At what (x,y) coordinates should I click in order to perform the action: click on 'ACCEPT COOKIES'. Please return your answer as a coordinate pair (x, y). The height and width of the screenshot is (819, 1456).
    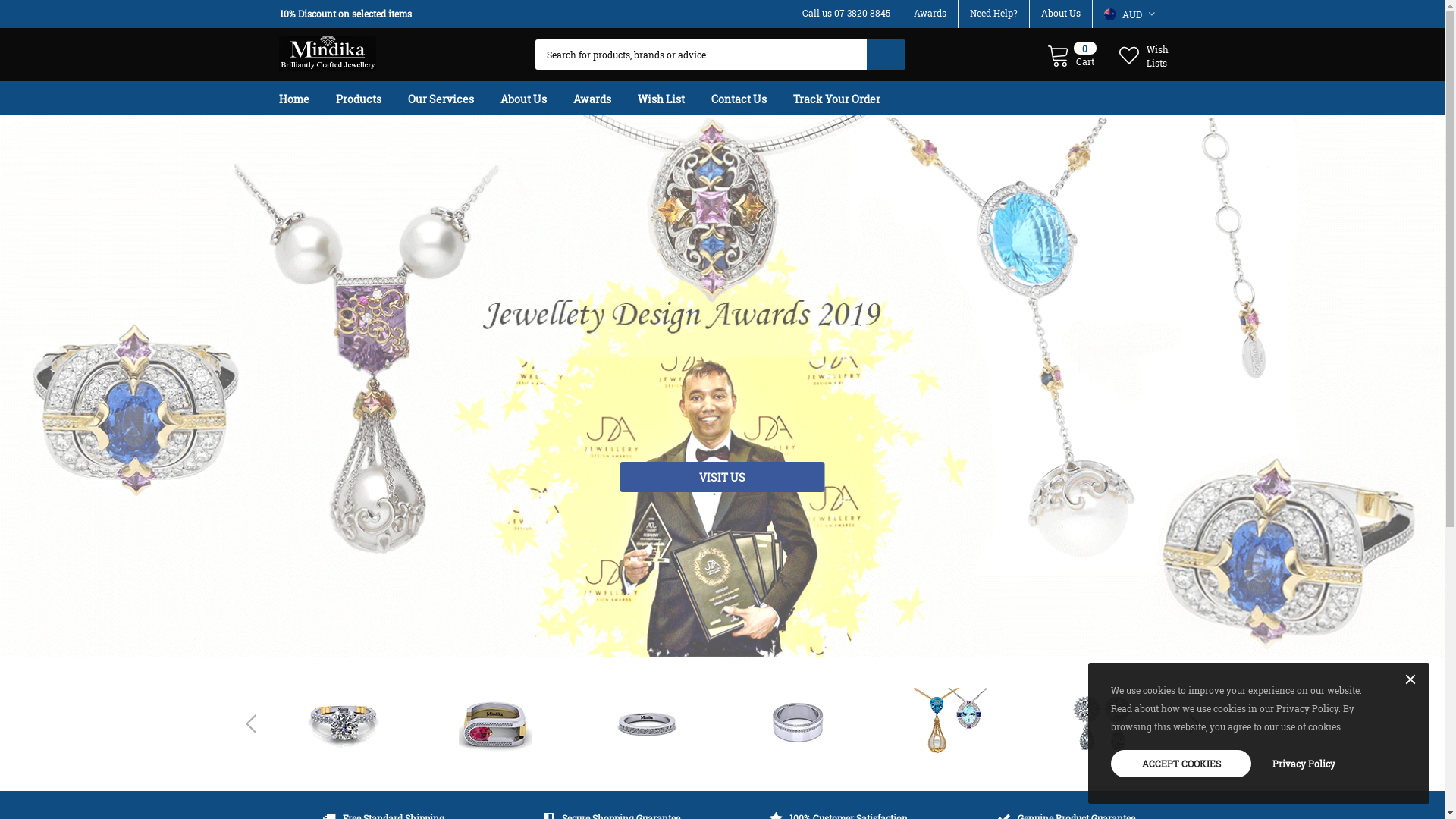
    Looking at the image, I should click on (1180, 763).